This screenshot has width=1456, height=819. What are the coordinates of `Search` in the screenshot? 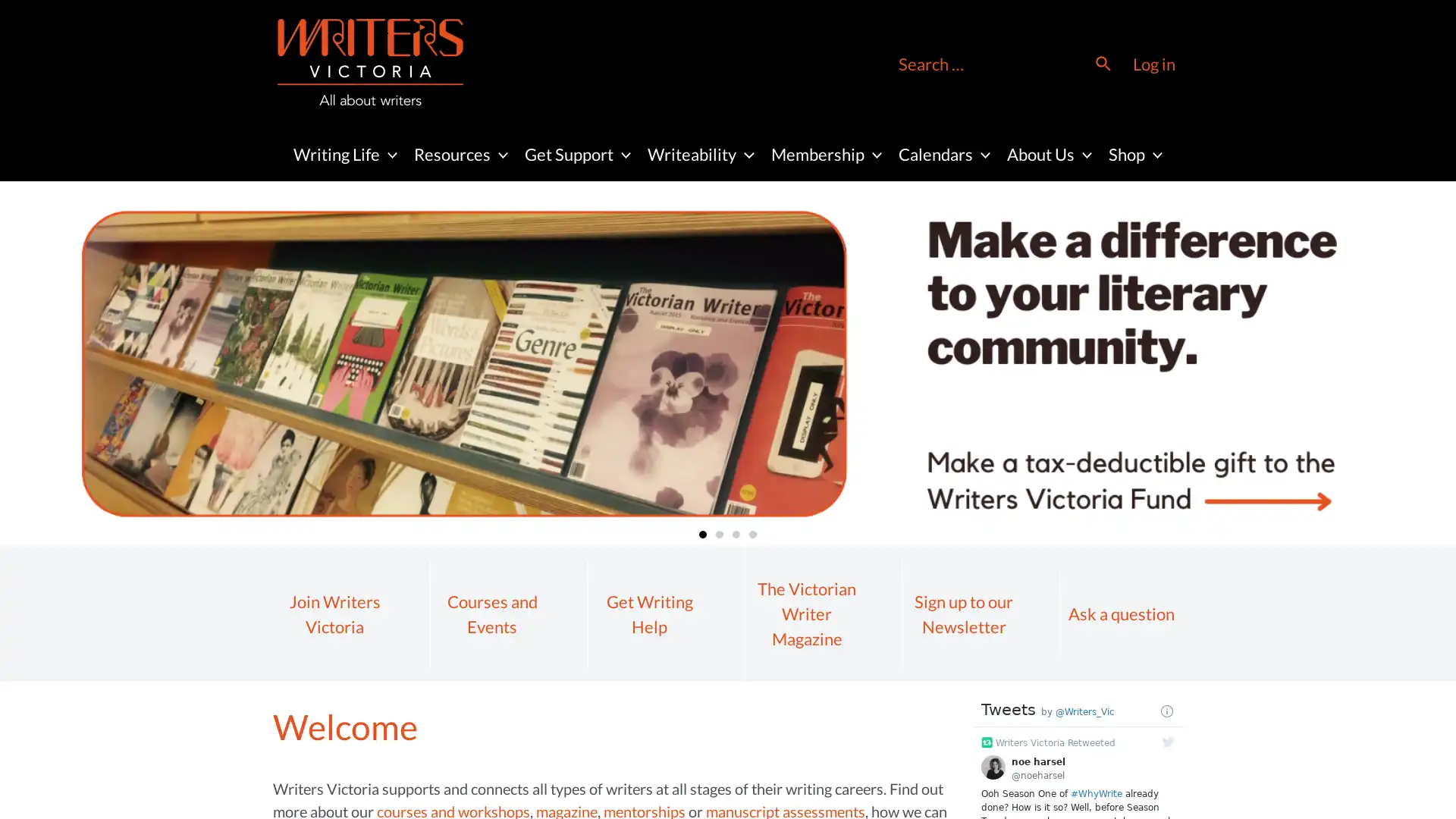 It's located at (1103, 63).